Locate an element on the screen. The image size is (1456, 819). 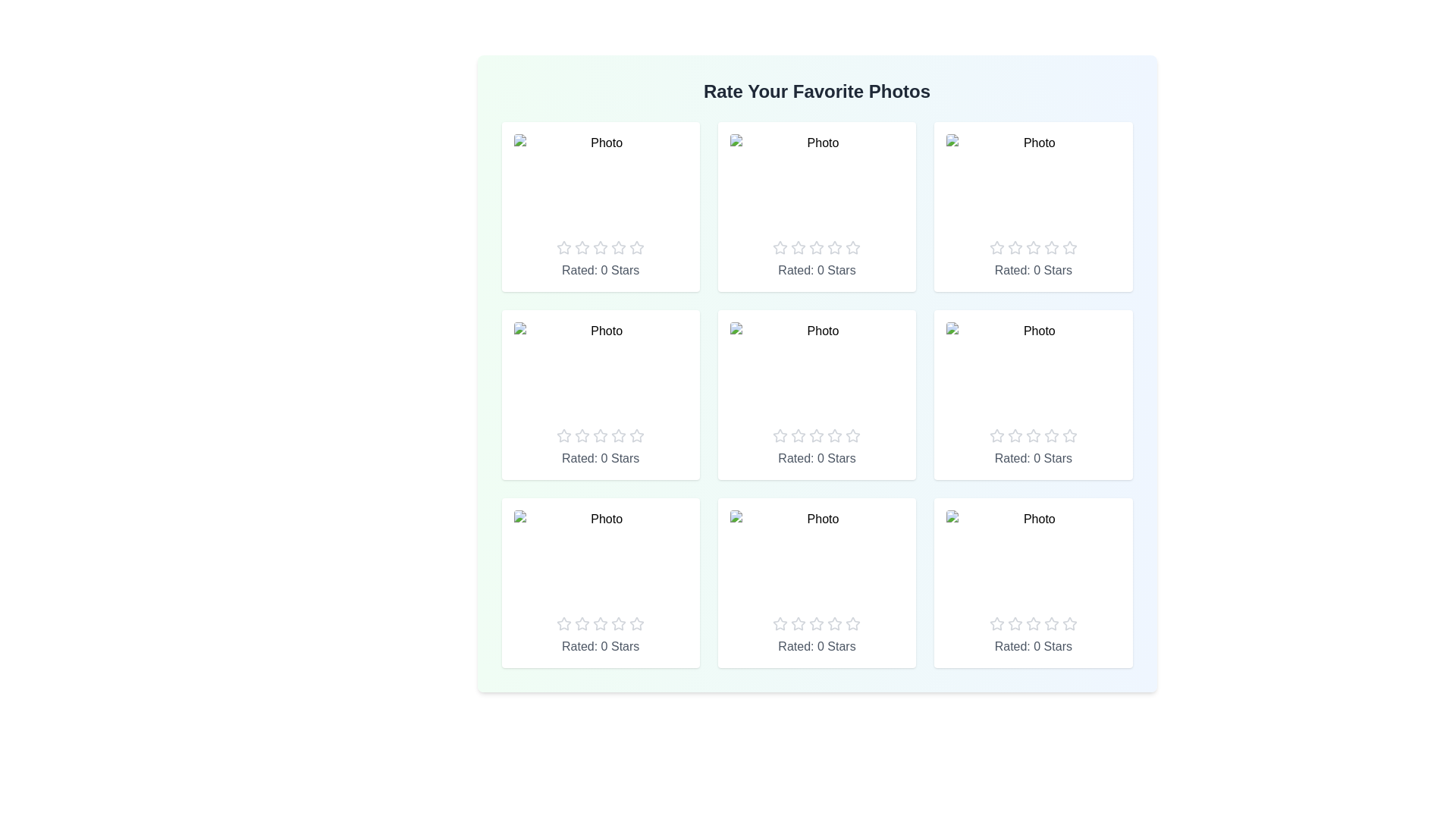
the placeholder image to view it is located at coordinates (600, 181).